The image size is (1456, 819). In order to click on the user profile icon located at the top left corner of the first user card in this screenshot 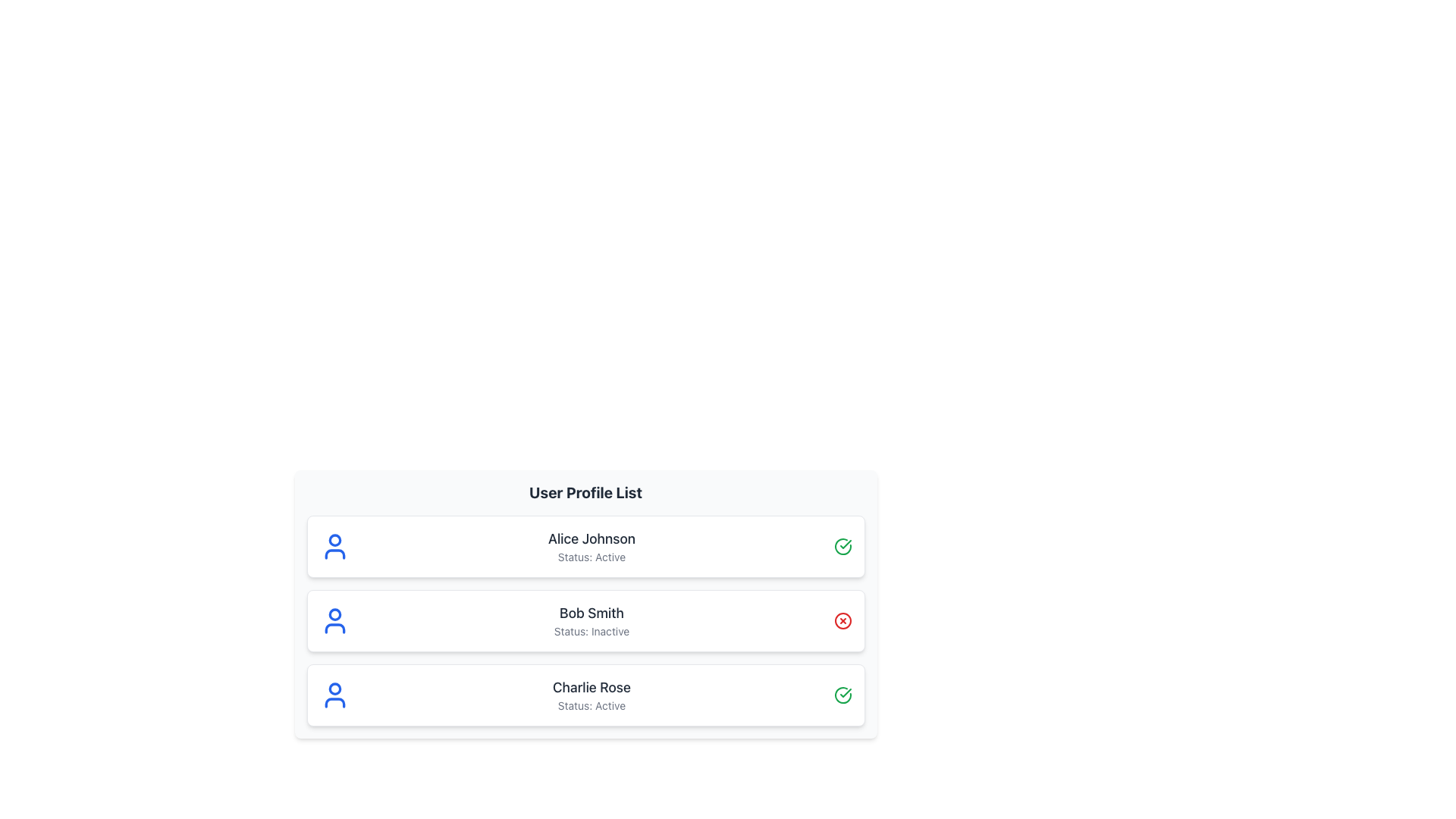, I will do `click(334, 547)`.